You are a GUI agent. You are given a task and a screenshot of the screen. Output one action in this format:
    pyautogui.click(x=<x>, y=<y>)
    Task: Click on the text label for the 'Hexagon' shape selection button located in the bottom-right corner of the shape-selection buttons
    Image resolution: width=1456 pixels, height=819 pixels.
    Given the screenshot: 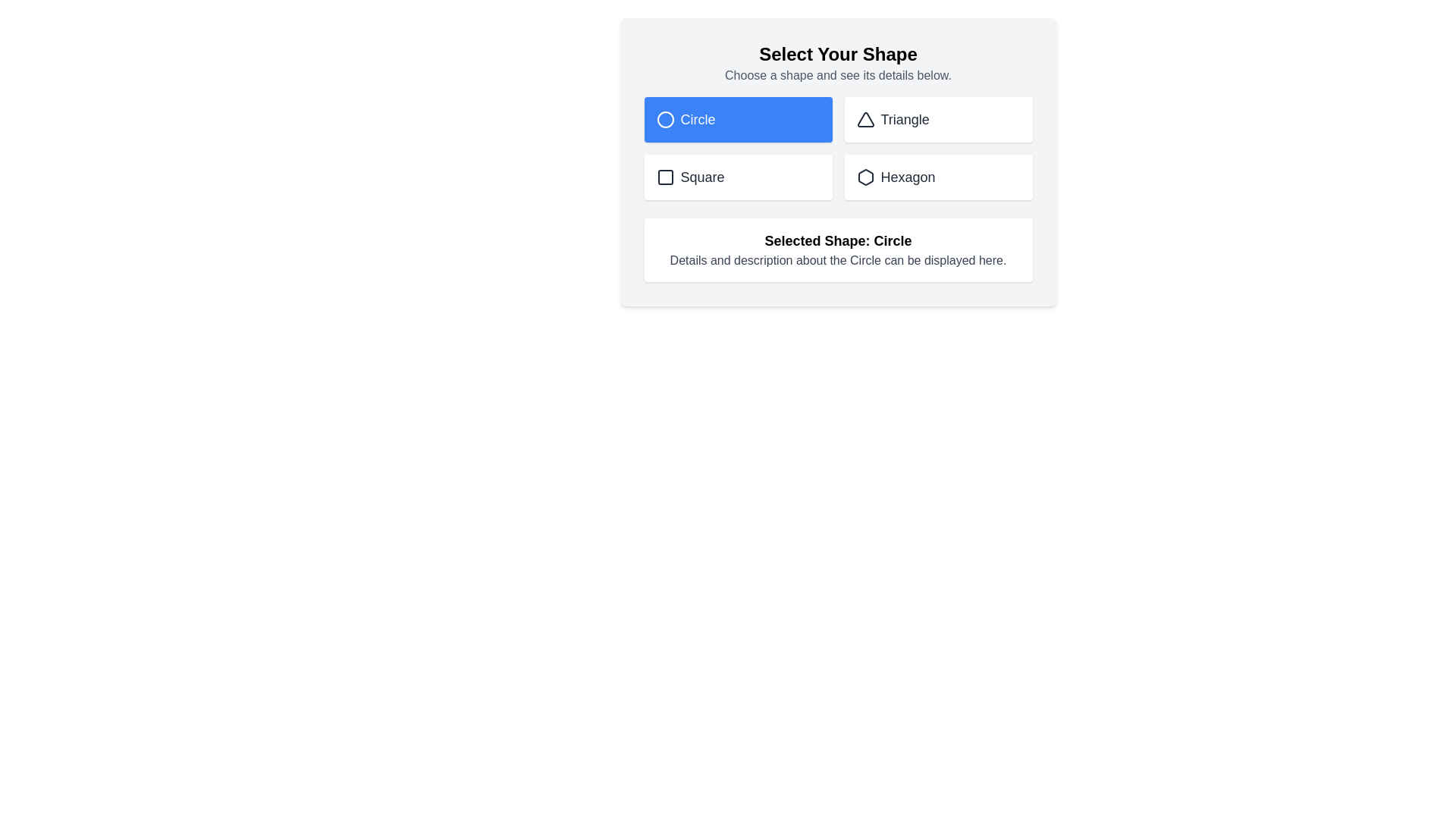 What is the action you would take?
    pyautogui.click(x=908, y=177)
    